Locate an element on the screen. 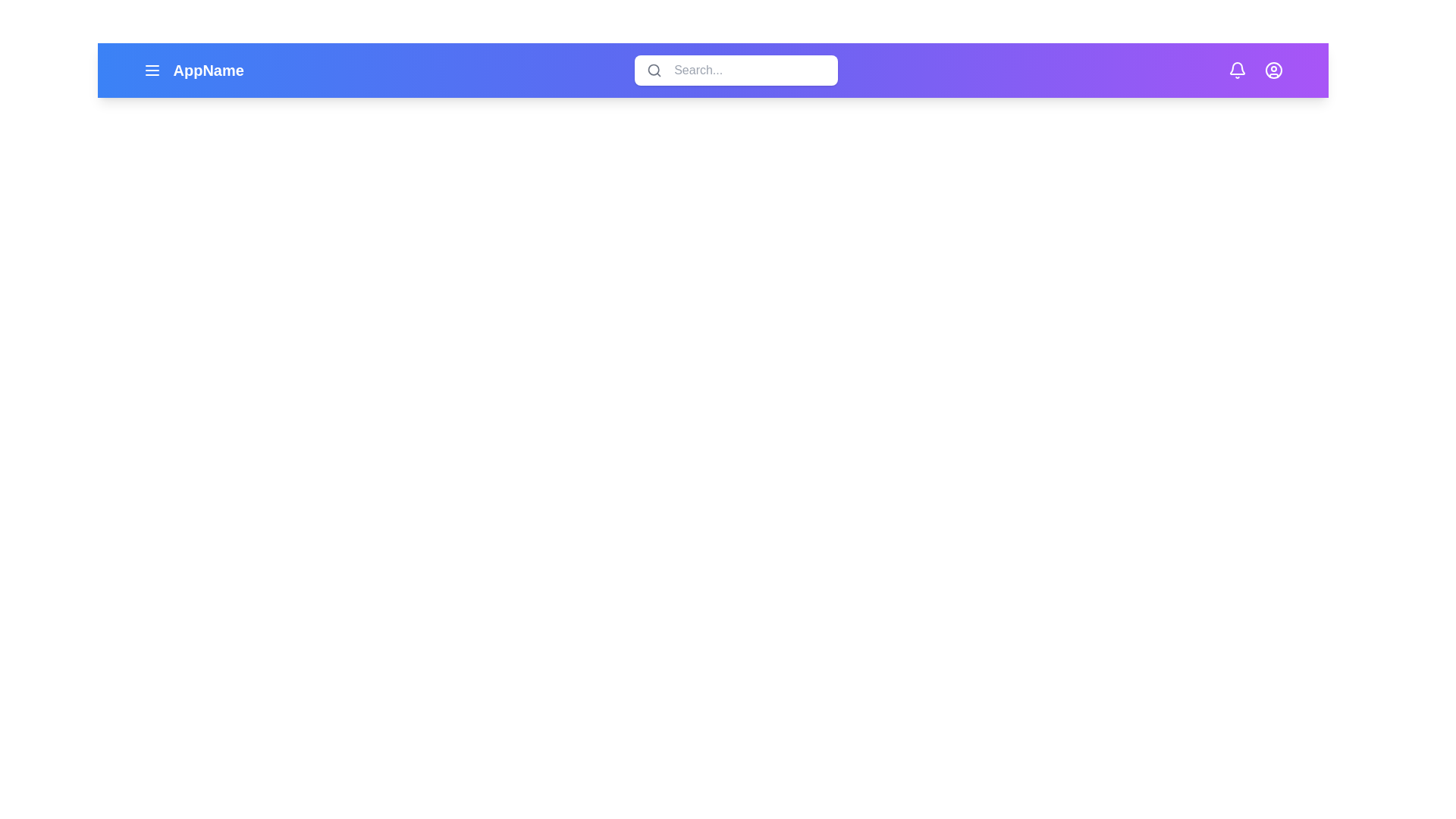  the user icon to observe the hover effect is located at coordinates (1274, 70).